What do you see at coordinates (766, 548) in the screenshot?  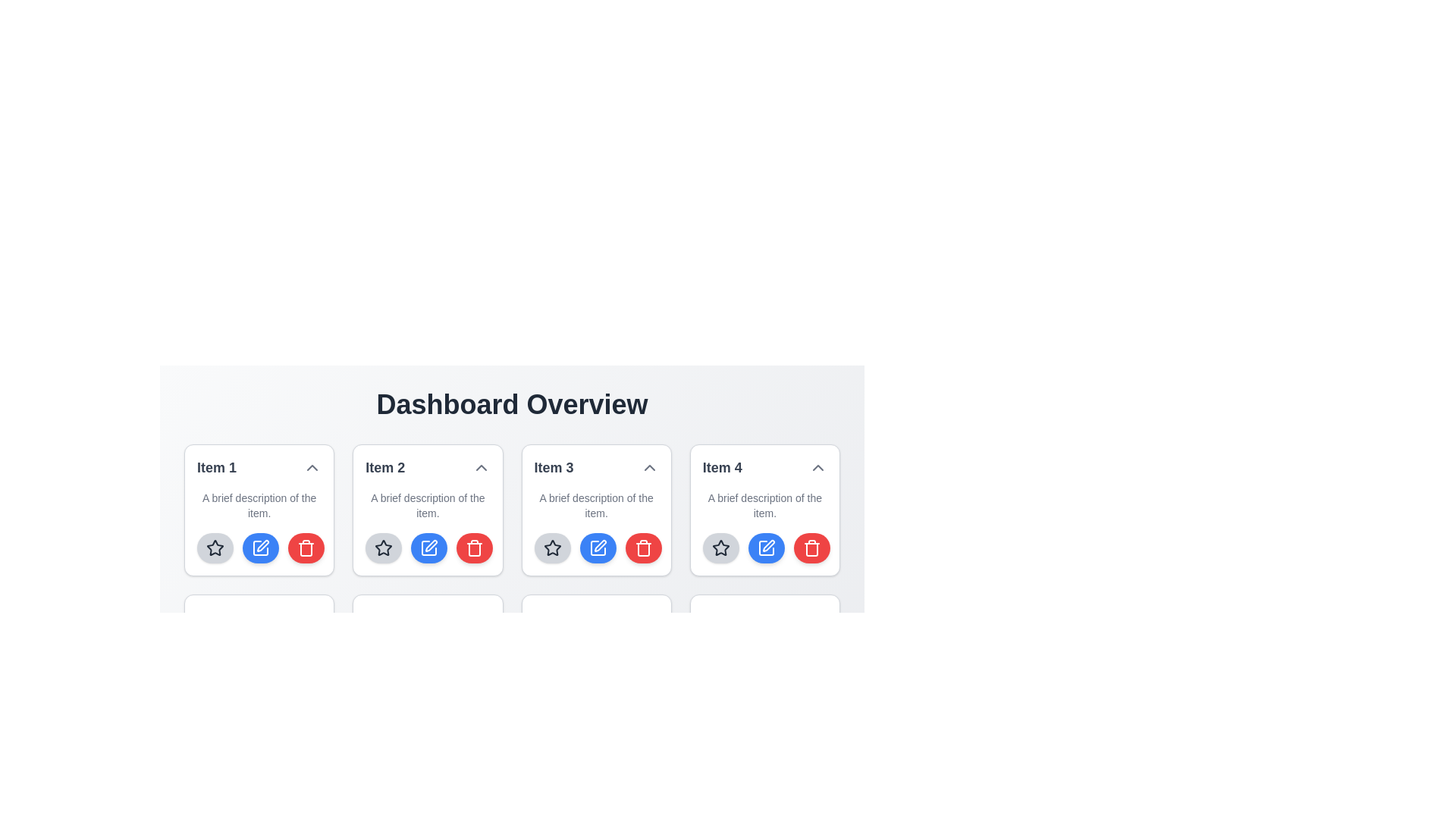 I see `the button at the bottom center of 'Item 4' card to receive a visual response if enabled` at bounding box center [766, 548].